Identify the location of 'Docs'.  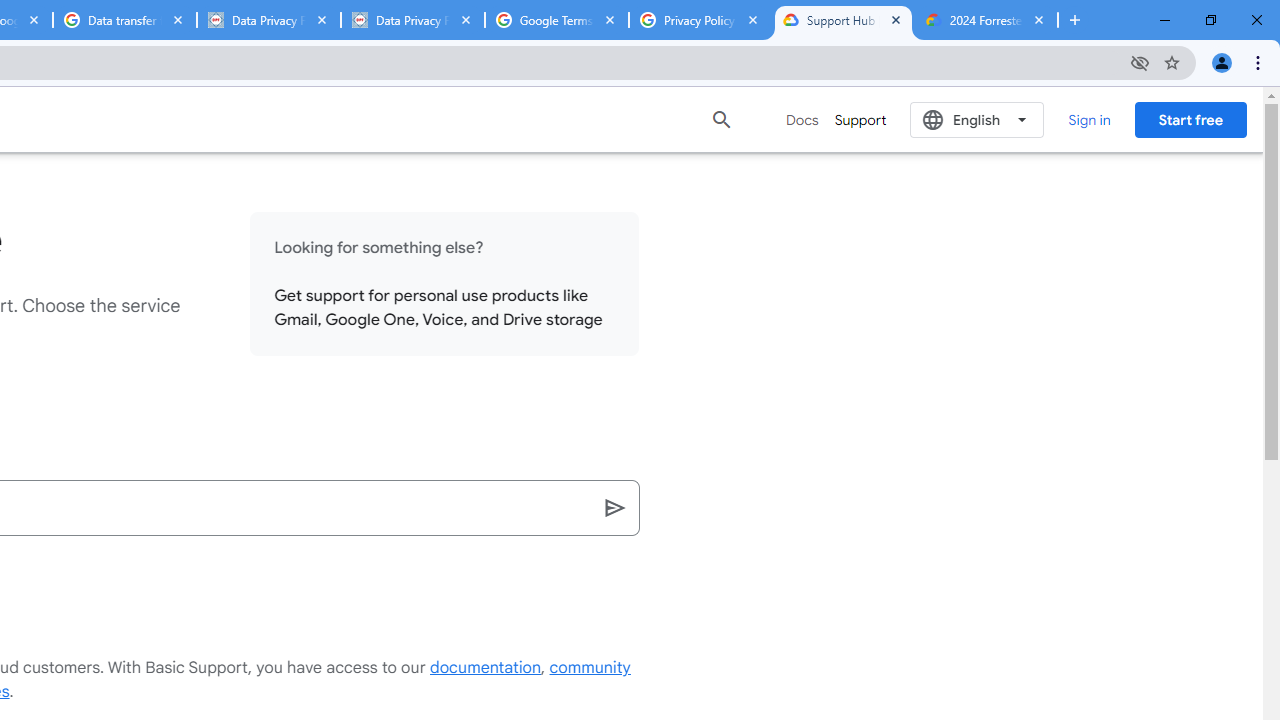
(802, 119).